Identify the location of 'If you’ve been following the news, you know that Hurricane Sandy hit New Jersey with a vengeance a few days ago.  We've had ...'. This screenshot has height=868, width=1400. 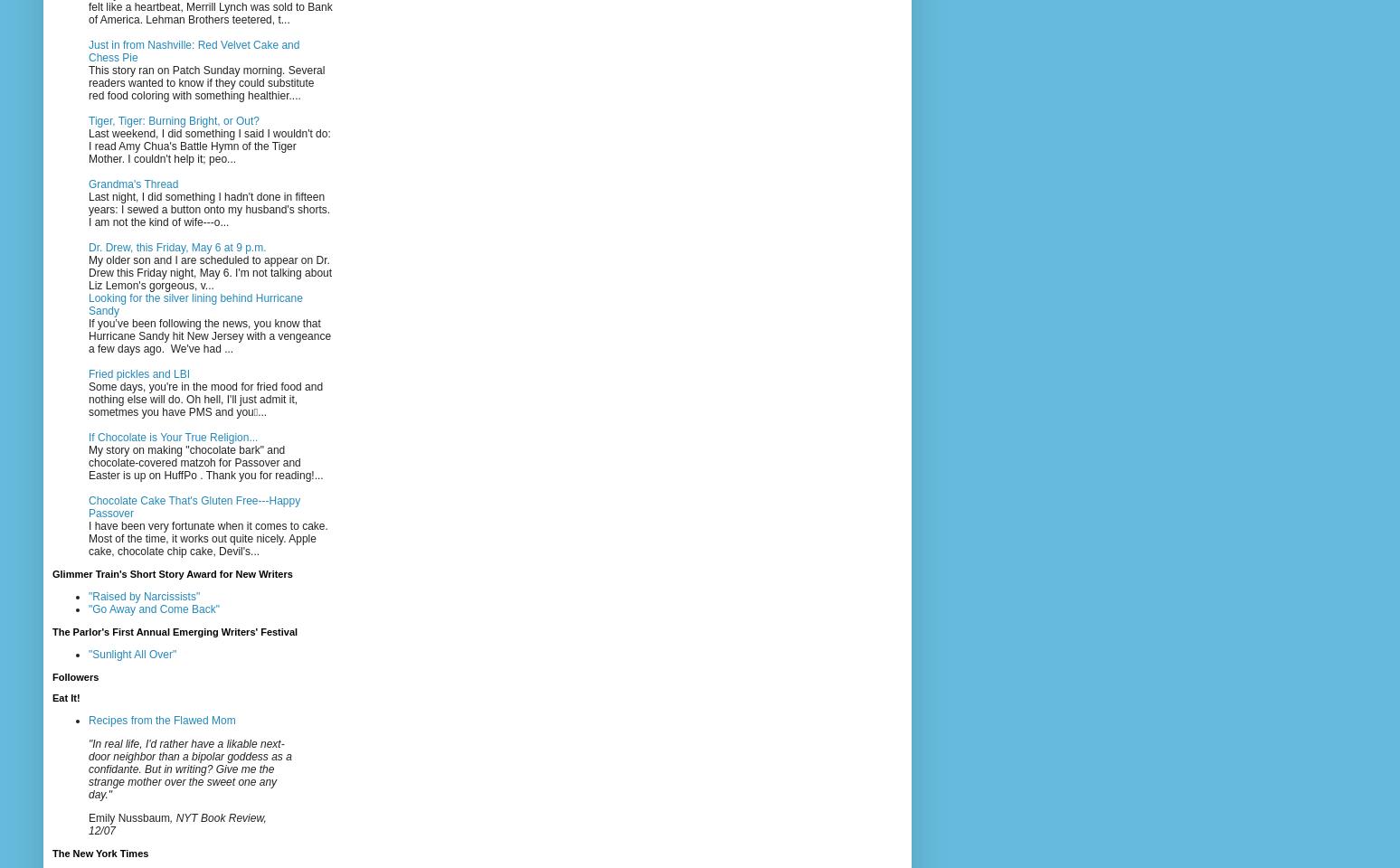
(87, 335).